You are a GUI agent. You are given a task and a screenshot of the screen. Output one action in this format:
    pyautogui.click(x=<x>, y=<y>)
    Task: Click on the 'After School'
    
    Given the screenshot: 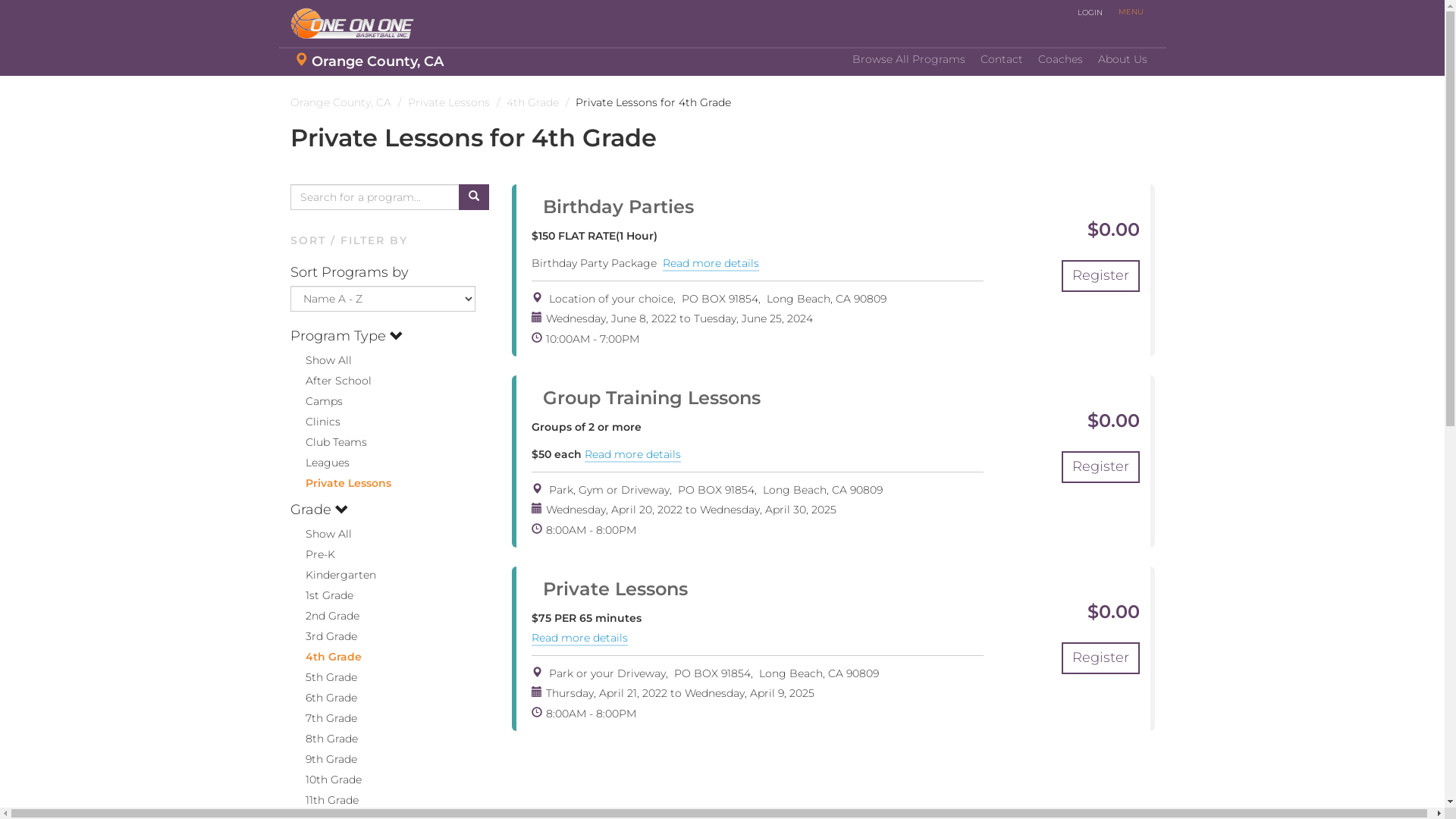 What is the action you would take?
    pyautogui.click(x=290, y=379)
    